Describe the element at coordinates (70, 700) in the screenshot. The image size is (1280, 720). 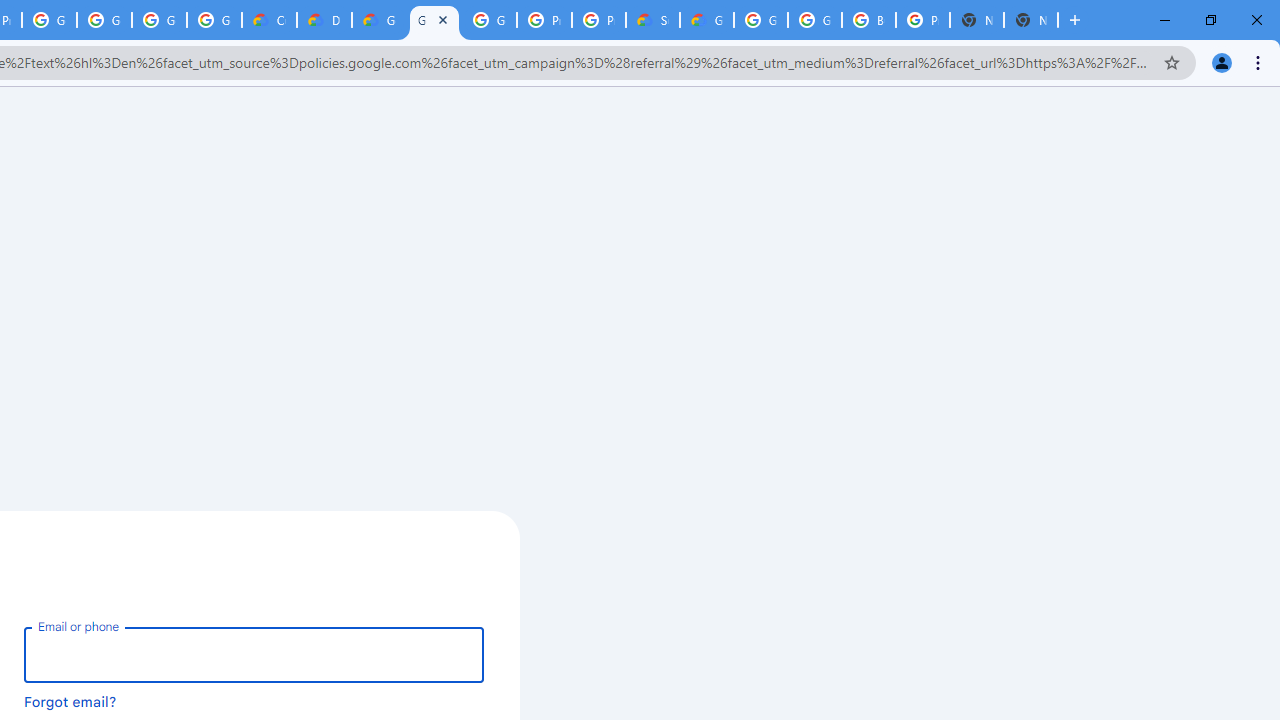
I see `'Forgot email?'` at that location.